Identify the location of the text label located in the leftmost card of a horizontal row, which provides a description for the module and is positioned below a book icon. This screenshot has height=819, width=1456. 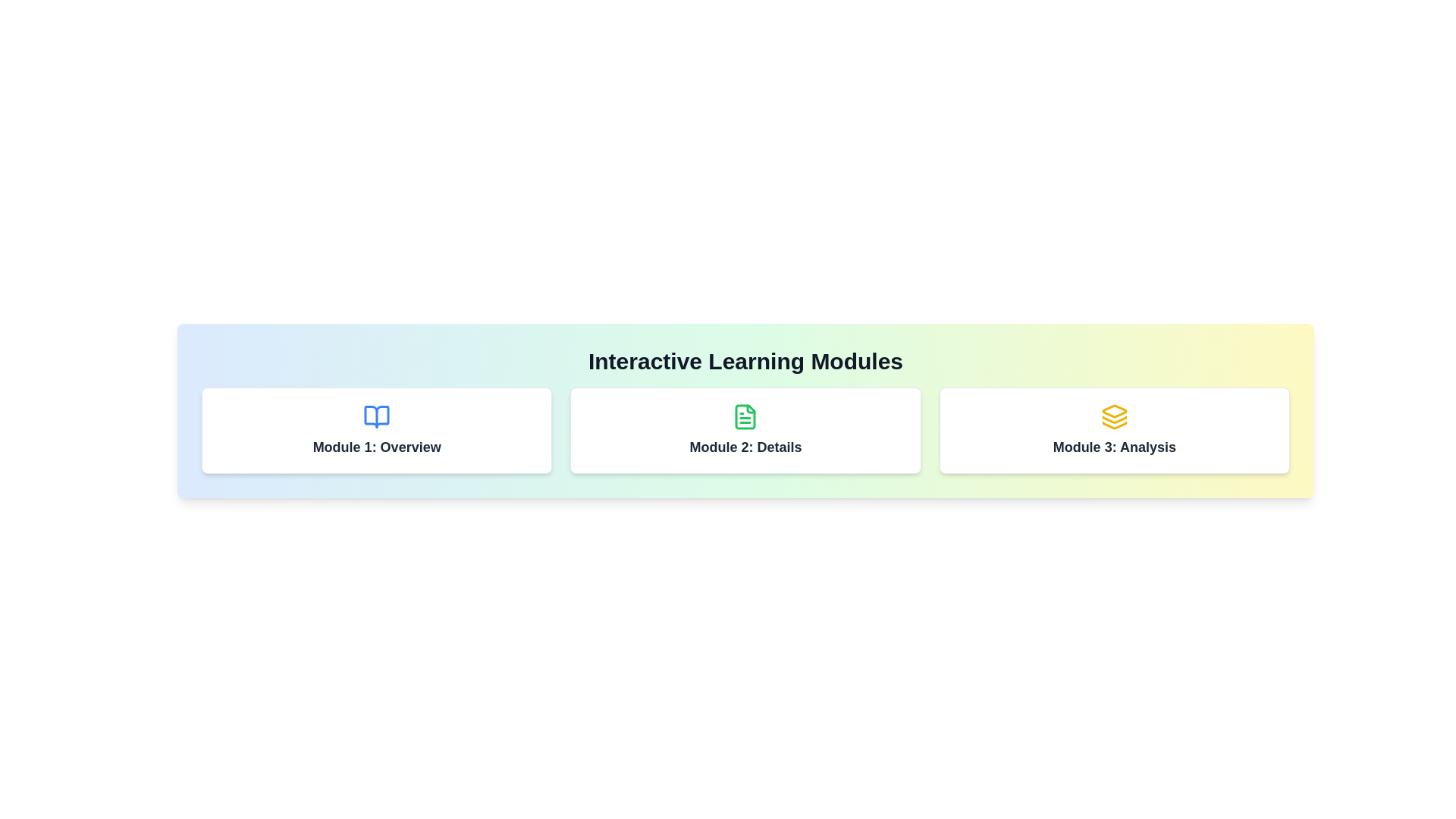
(377, 447).